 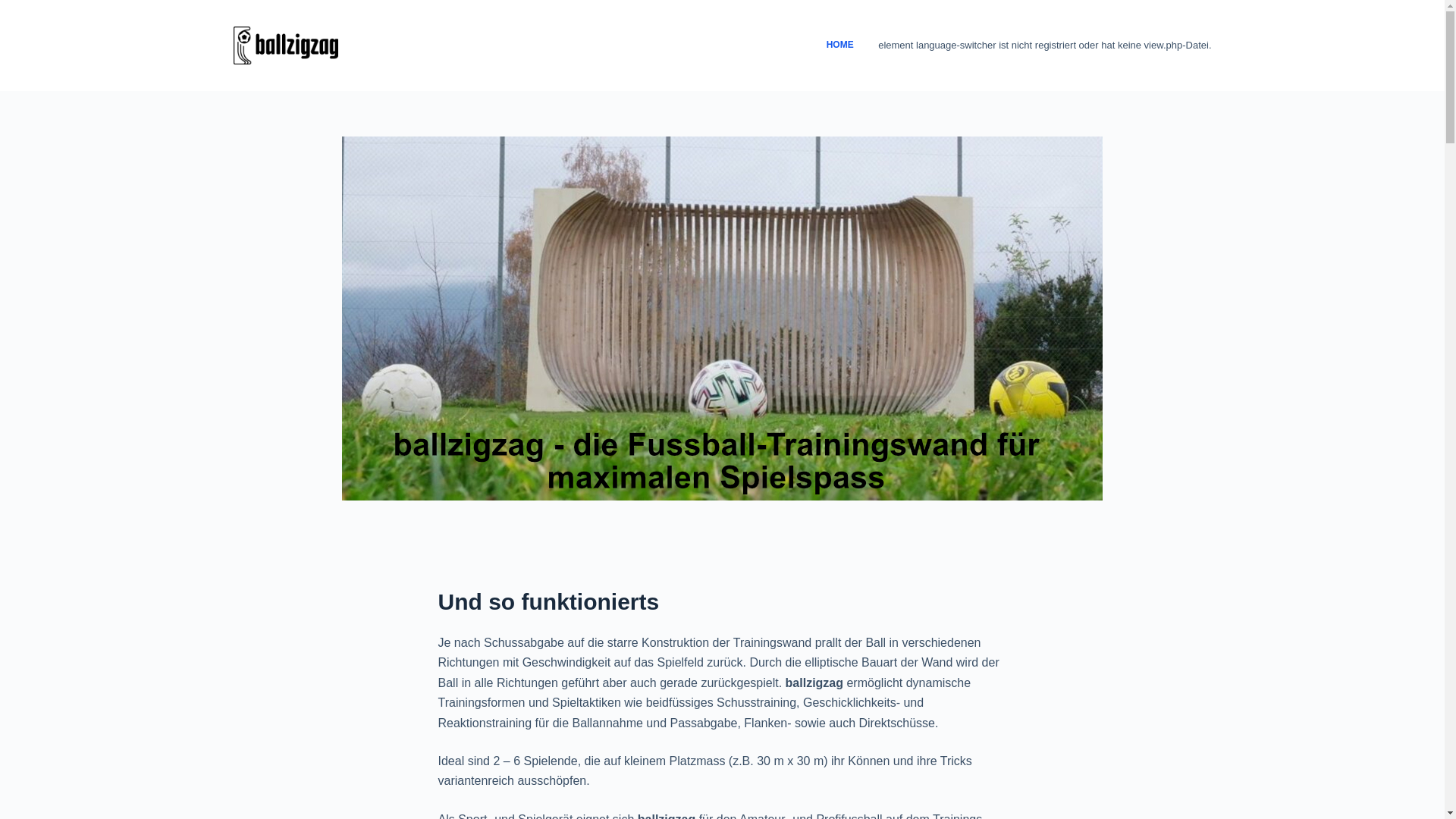 I want to click on 'Zum Inhalt springen', so click(x=14, y=8).